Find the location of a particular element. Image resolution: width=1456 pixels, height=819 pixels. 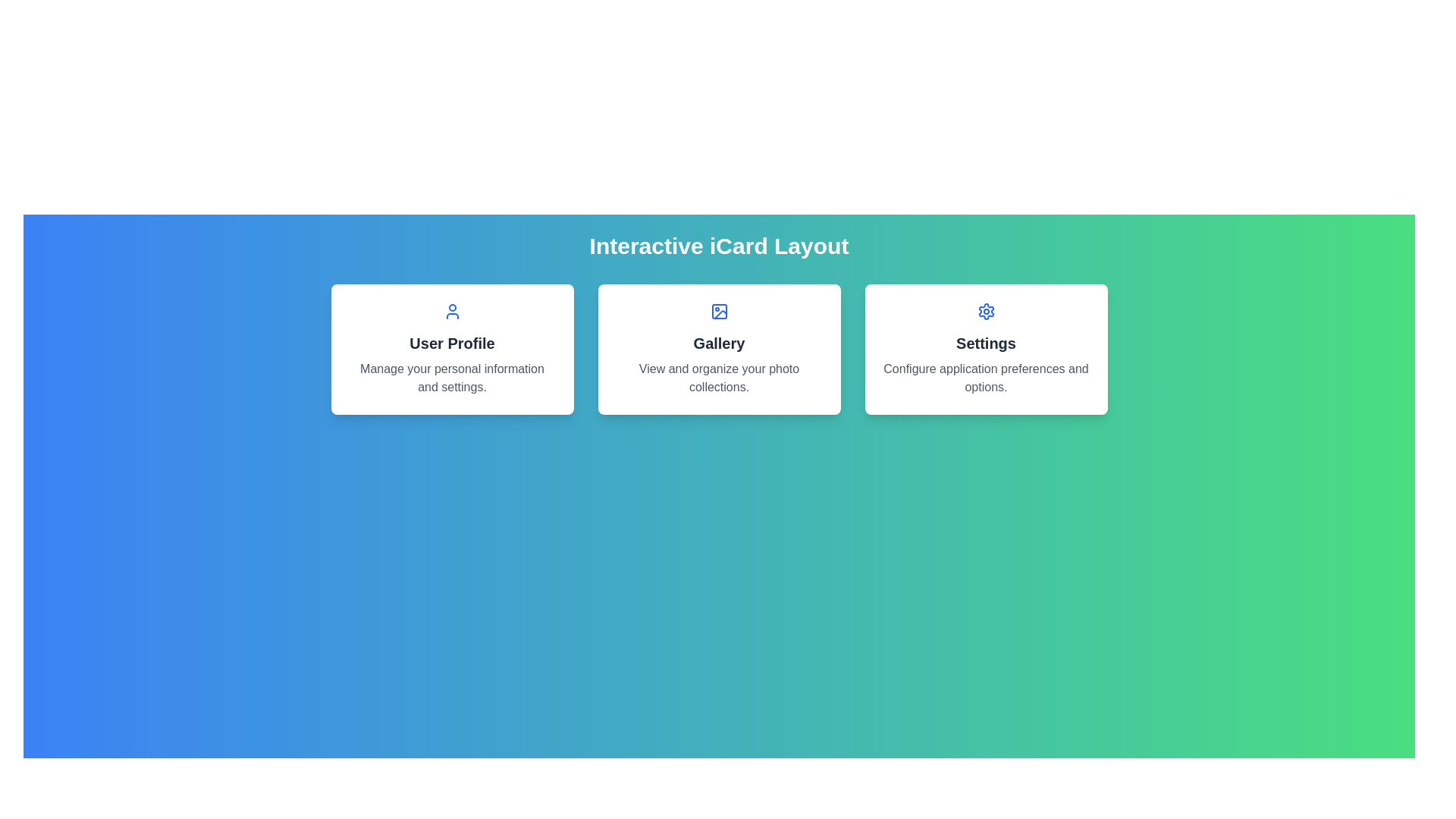

the Text Label that displays 'View and organize your photo collections.' located in the 'Gallery' card, positioned below the heading 'Gallery' is located at coordinates (718, 377).